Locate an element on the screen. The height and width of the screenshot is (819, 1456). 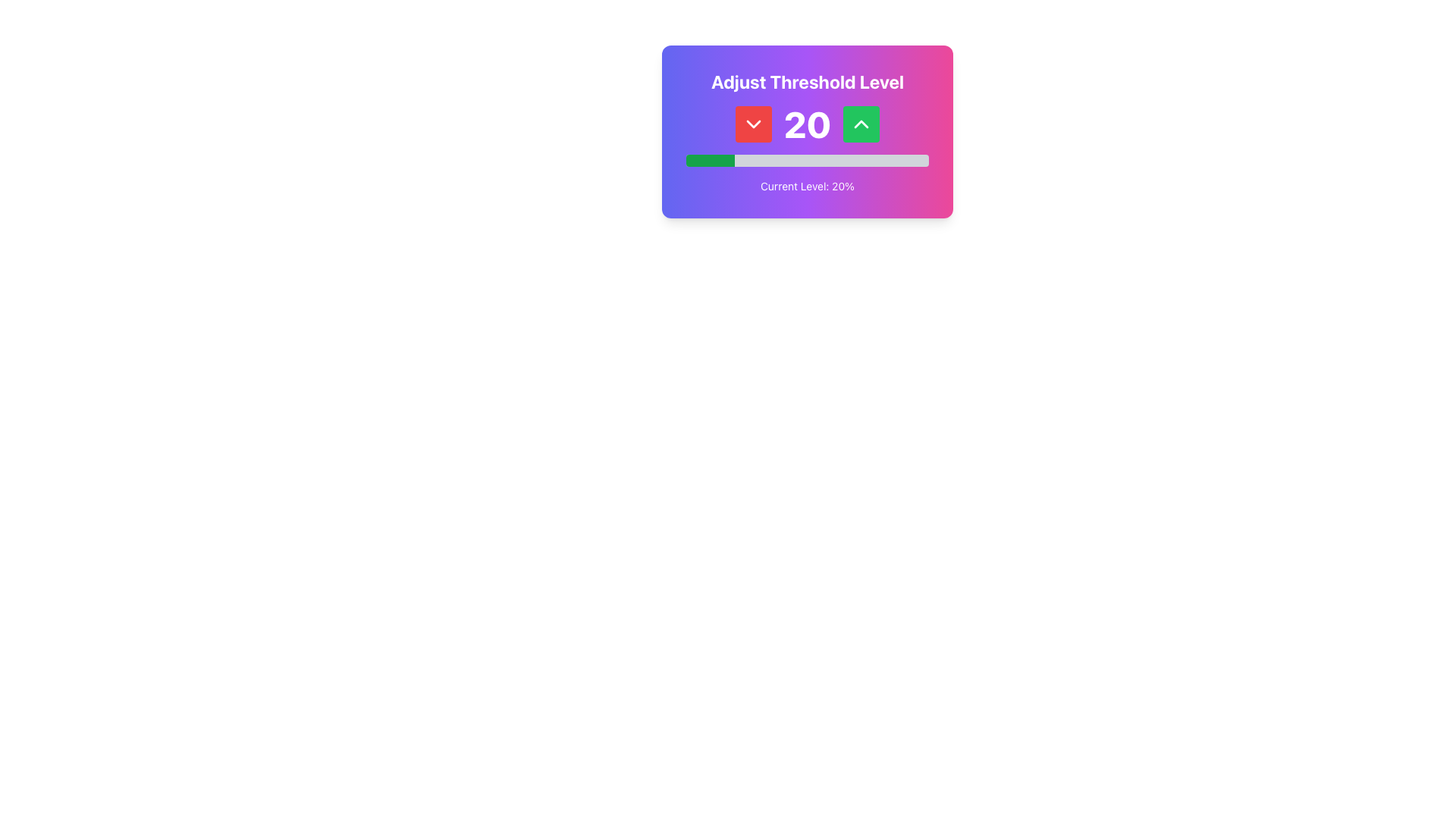
the Progress Bar located centrally below the numerical display '20' and above 'Current Level: 20%' is located at coordinates (807, 161).